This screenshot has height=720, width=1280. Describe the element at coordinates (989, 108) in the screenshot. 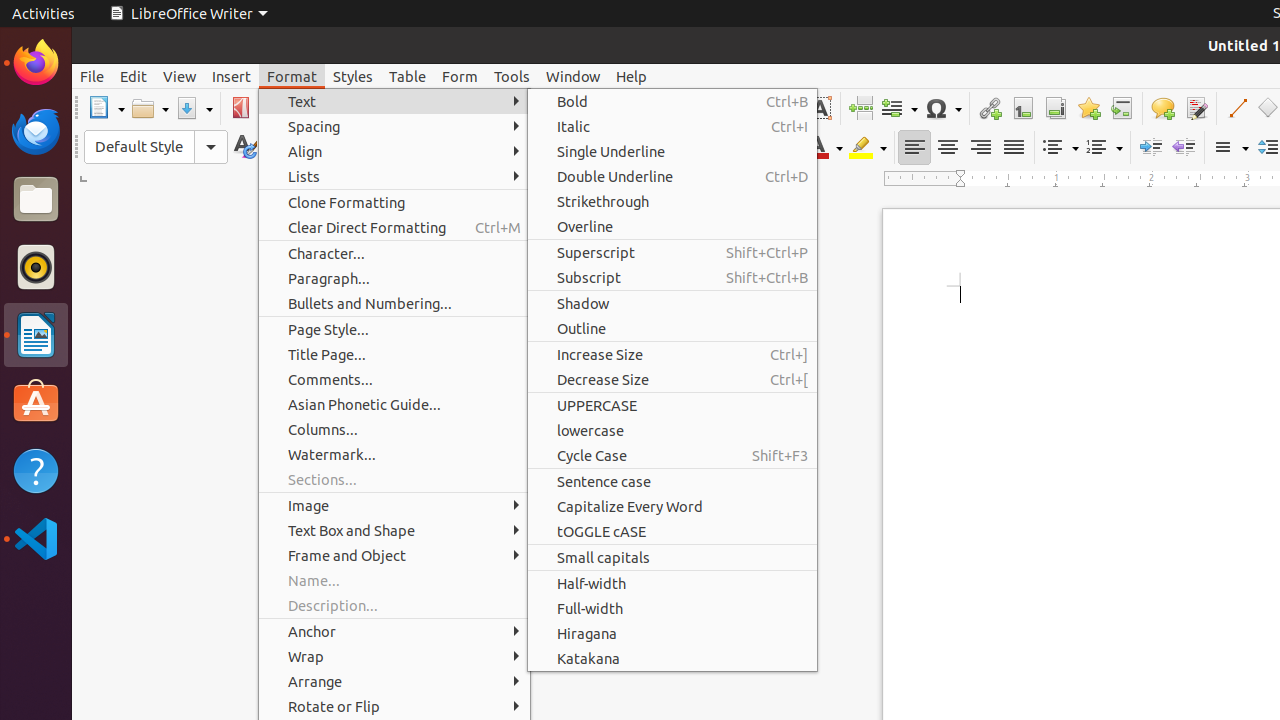

I see `'Hyperlink'` at that location.